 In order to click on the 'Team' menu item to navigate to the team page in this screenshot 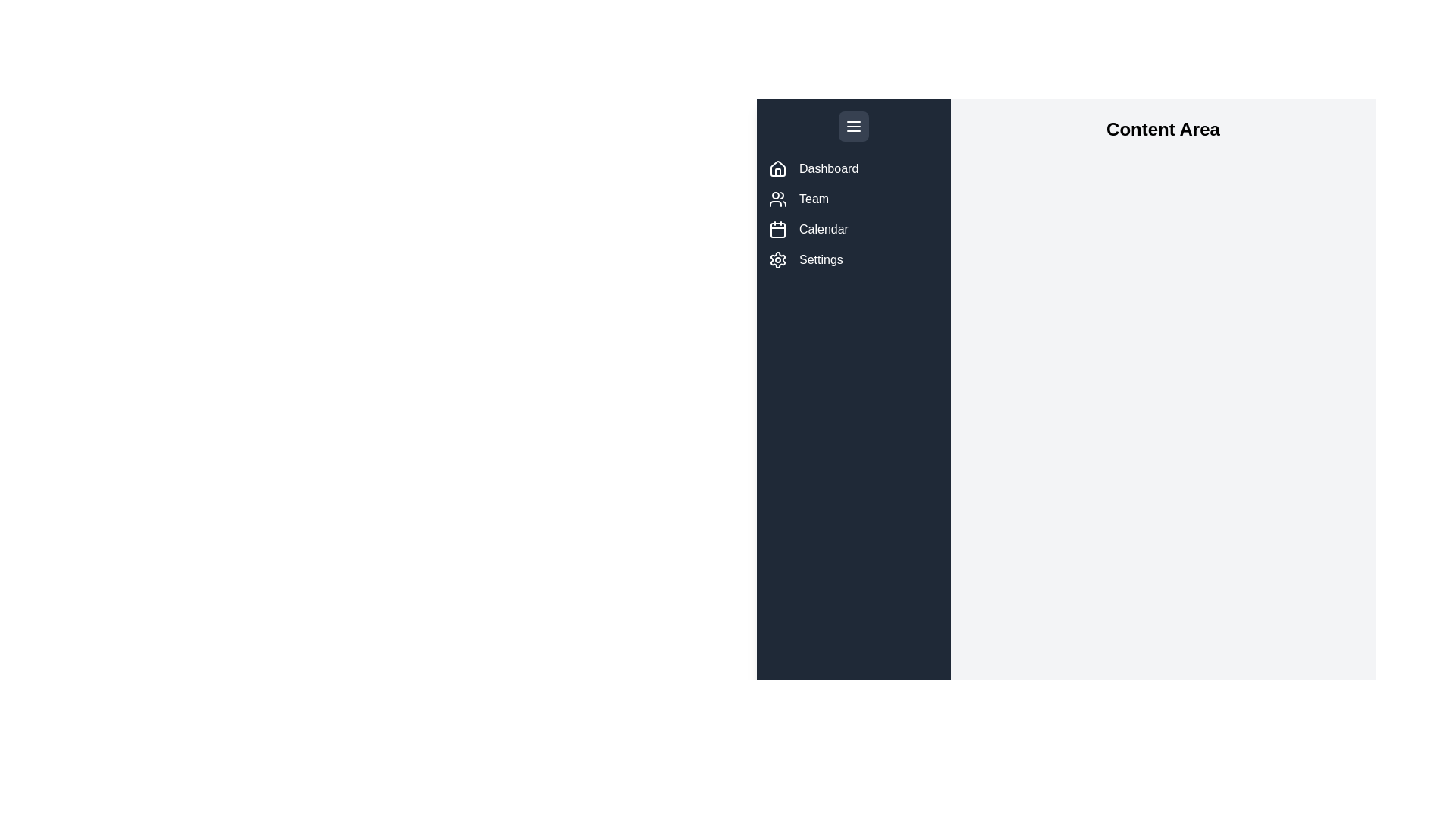, I will do `click(854, 198)`.